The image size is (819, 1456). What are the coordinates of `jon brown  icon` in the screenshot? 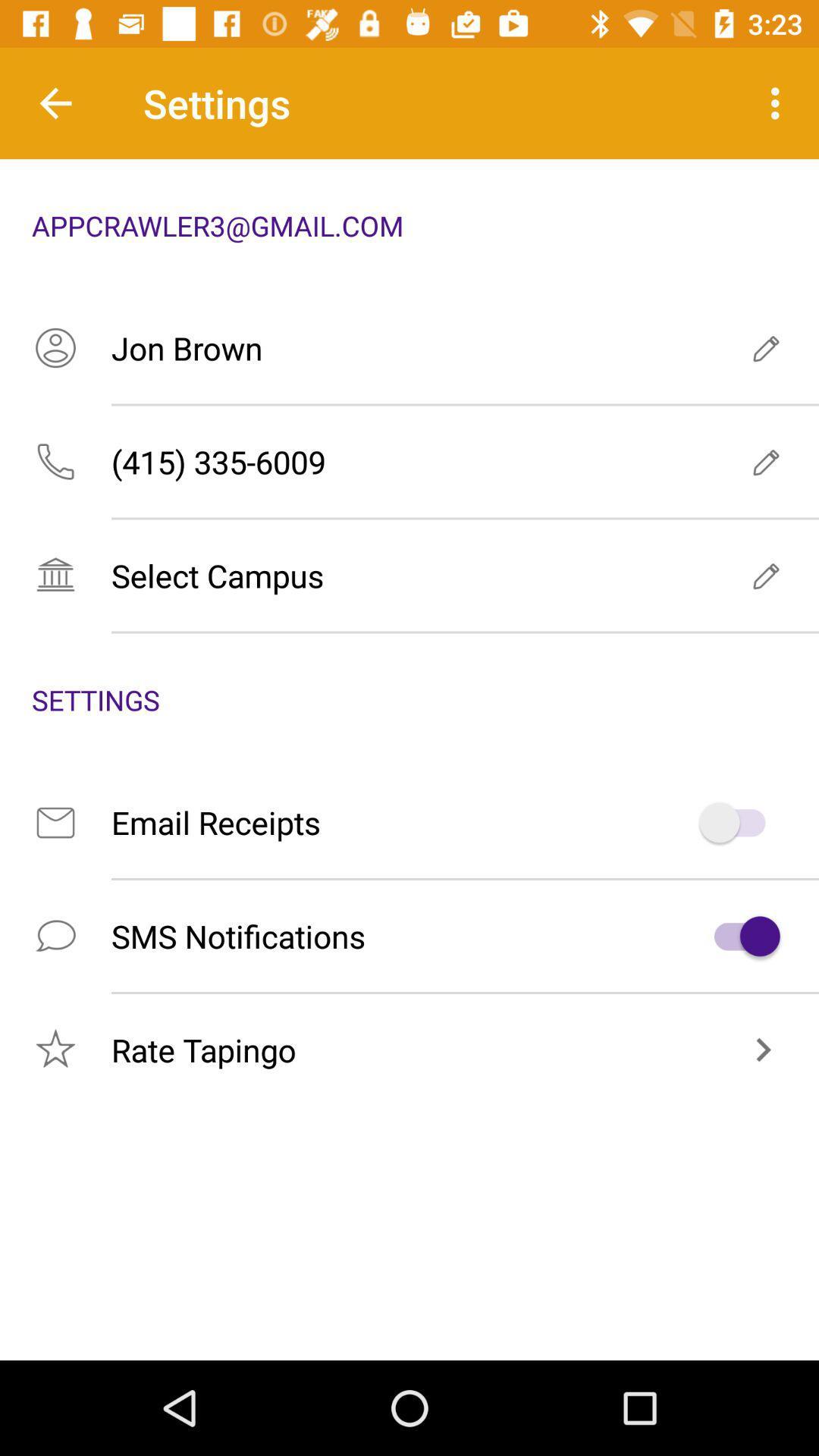 It's located at (409, 347).